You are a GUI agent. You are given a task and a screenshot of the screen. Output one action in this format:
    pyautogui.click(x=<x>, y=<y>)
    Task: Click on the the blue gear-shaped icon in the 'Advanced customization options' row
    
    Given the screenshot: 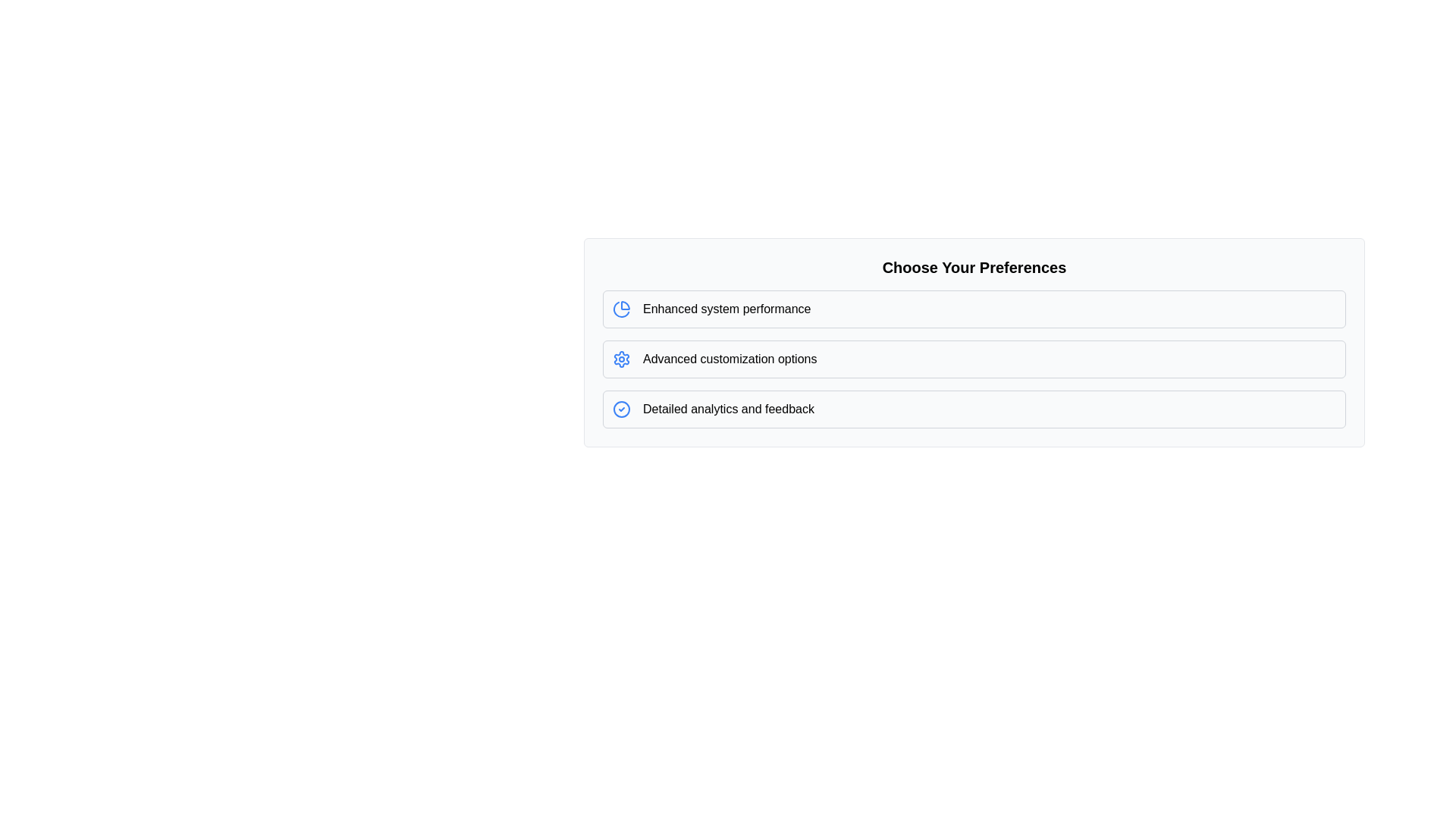 What is the action you would take?
    pyautogui.click(x=622, y=359)
    